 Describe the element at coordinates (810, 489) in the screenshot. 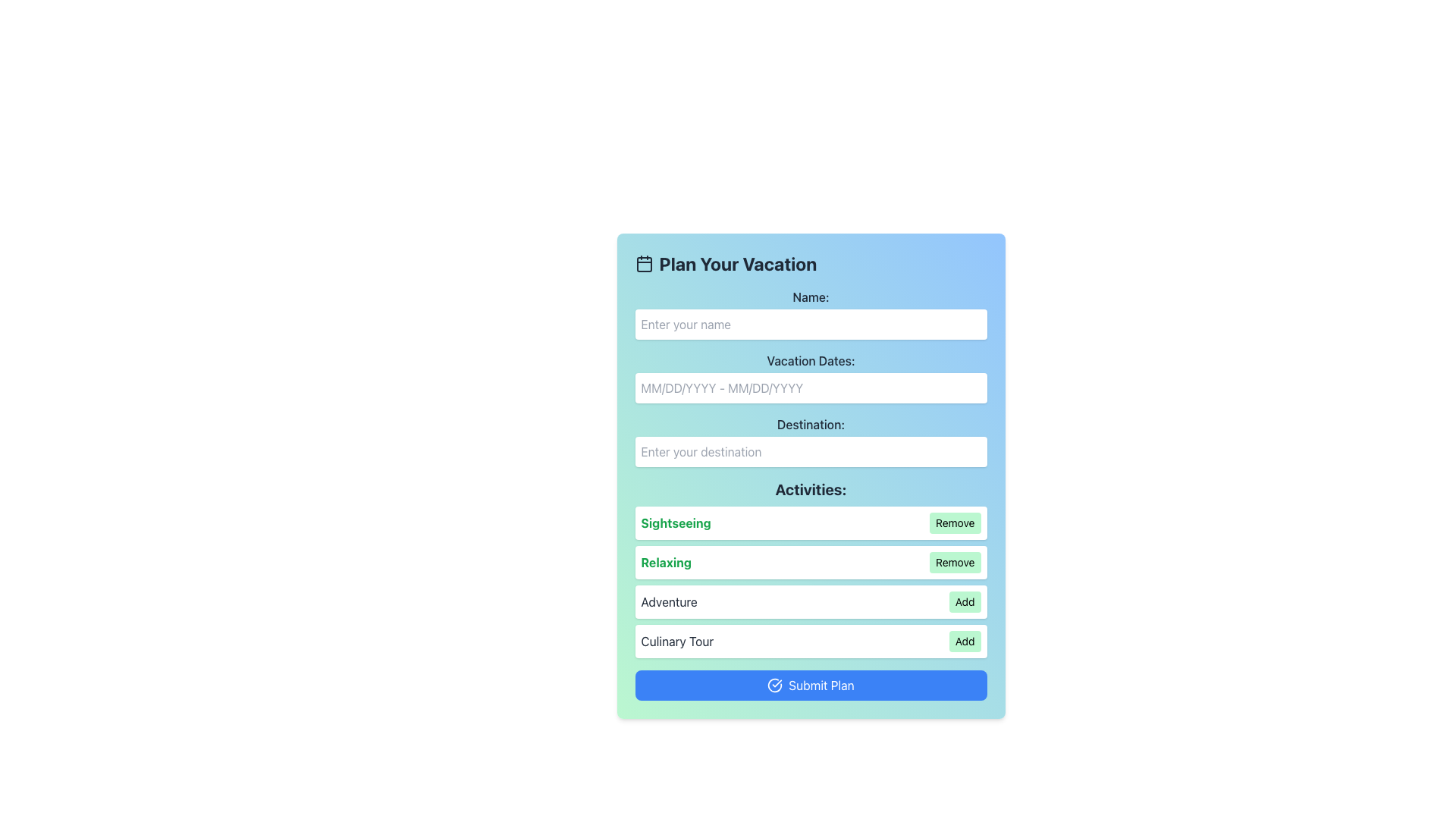

I see `the 'Activities' Text Label, which serves as a header indicating the content below related to various activities` at that location.